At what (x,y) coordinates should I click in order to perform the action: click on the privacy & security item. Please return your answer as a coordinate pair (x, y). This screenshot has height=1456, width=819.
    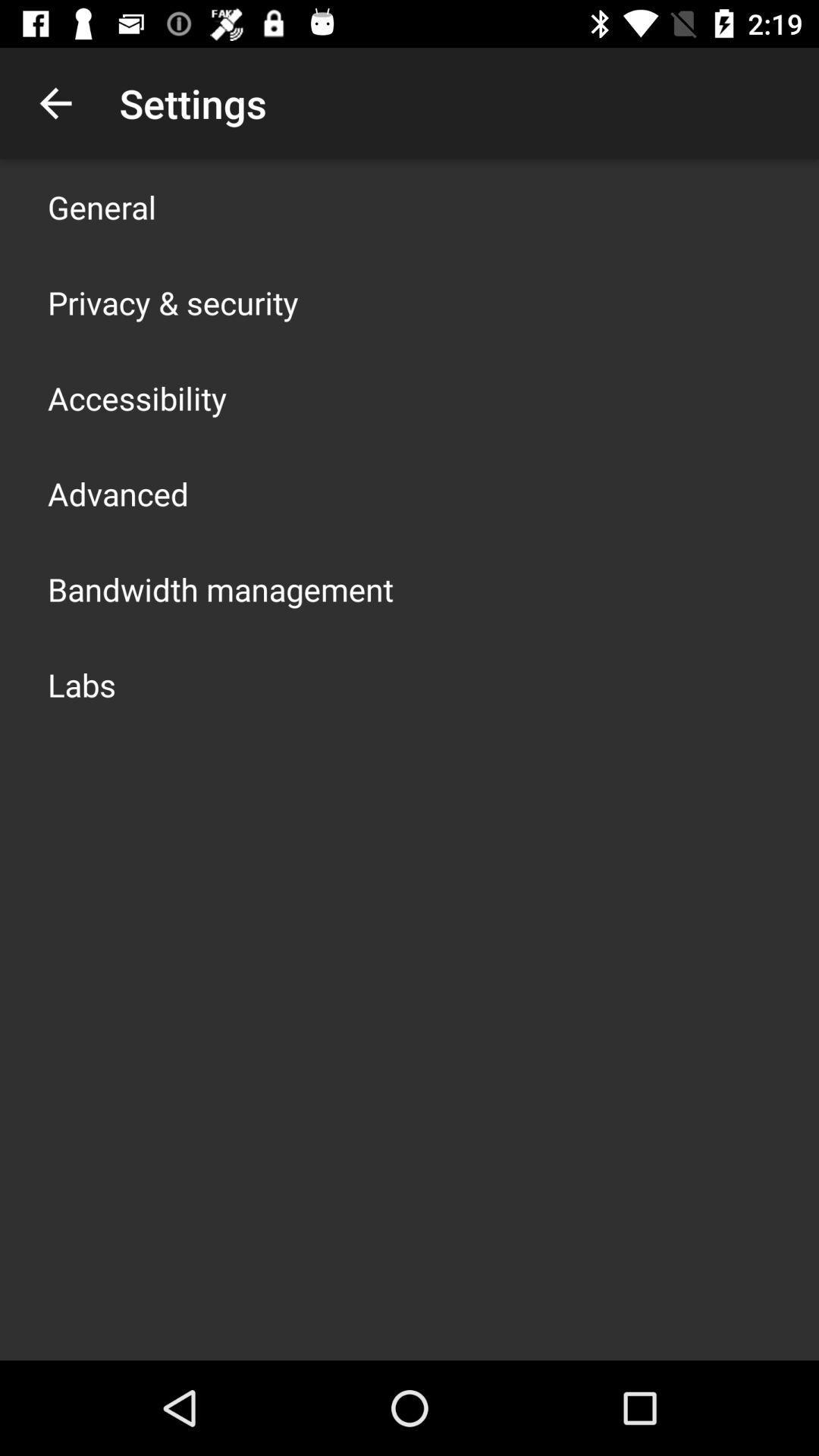
    Looking at the image, I should click on (172, 302).